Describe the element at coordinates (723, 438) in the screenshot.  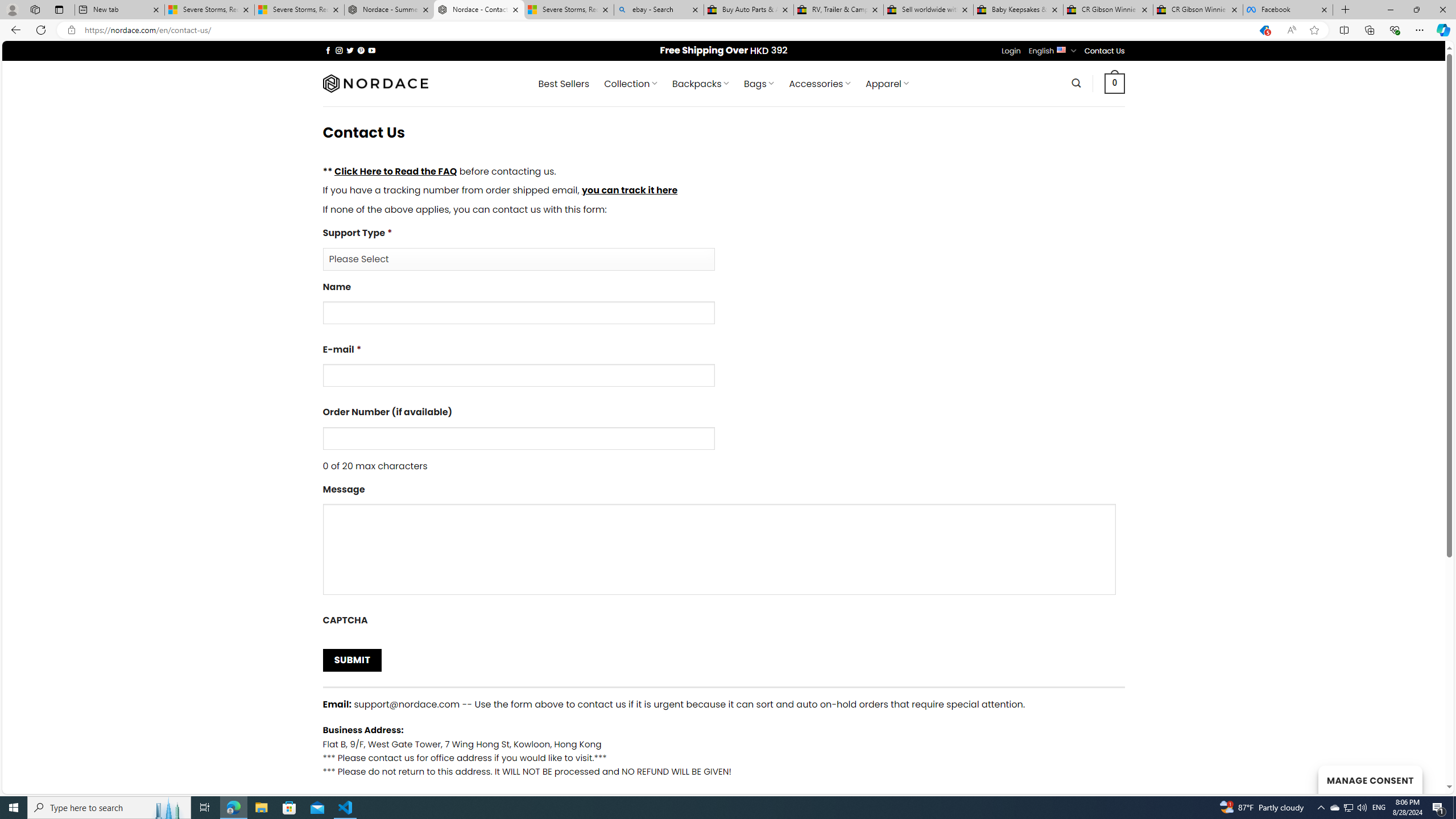
I see `'Order Number (if available)0 of 20 max characters'` at that location.